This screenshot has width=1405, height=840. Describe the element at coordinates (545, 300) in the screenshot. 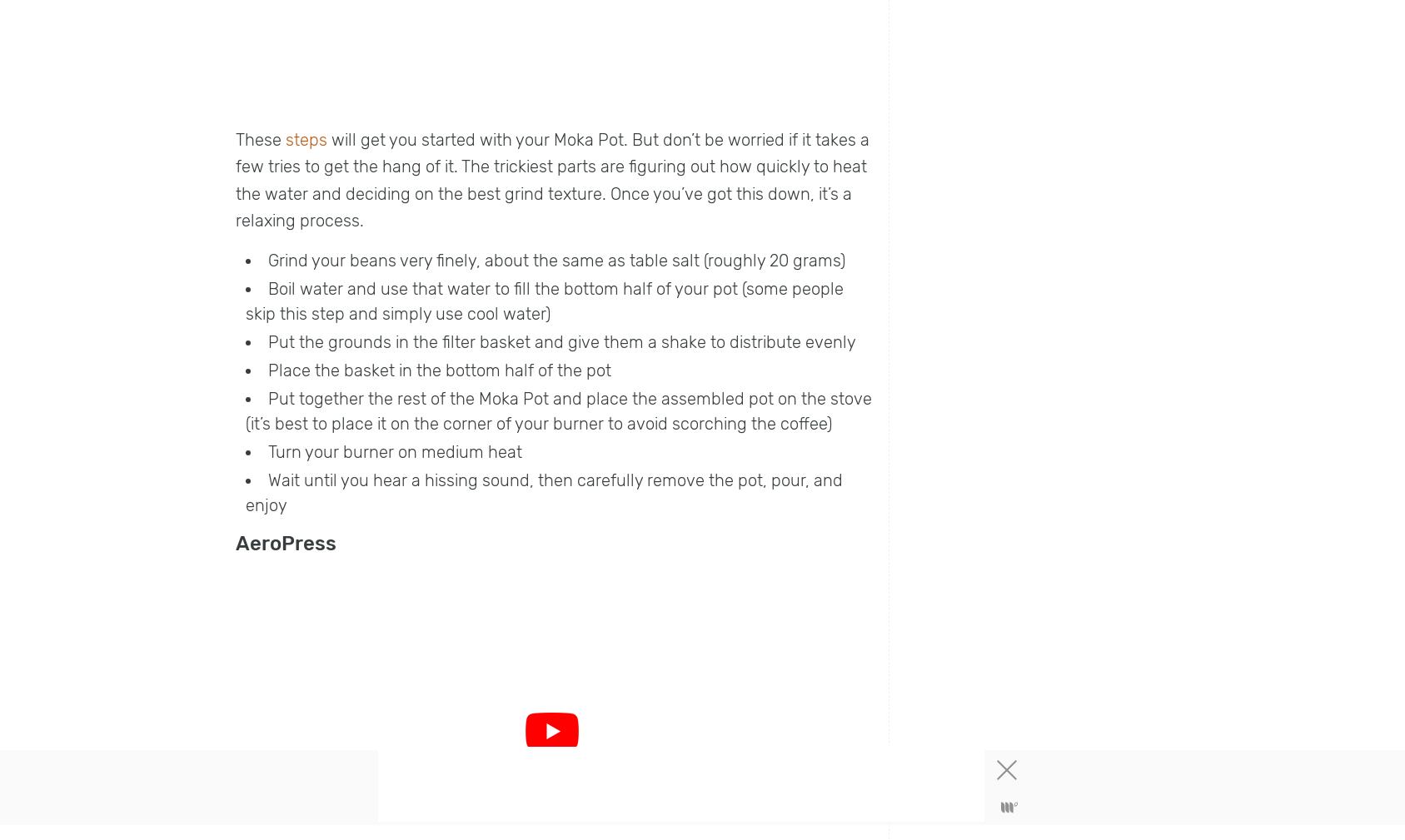

I see `'Boil water and use that water to fill the bottom half of your pot (some people skip this step and simply use cool water)'` at that location.